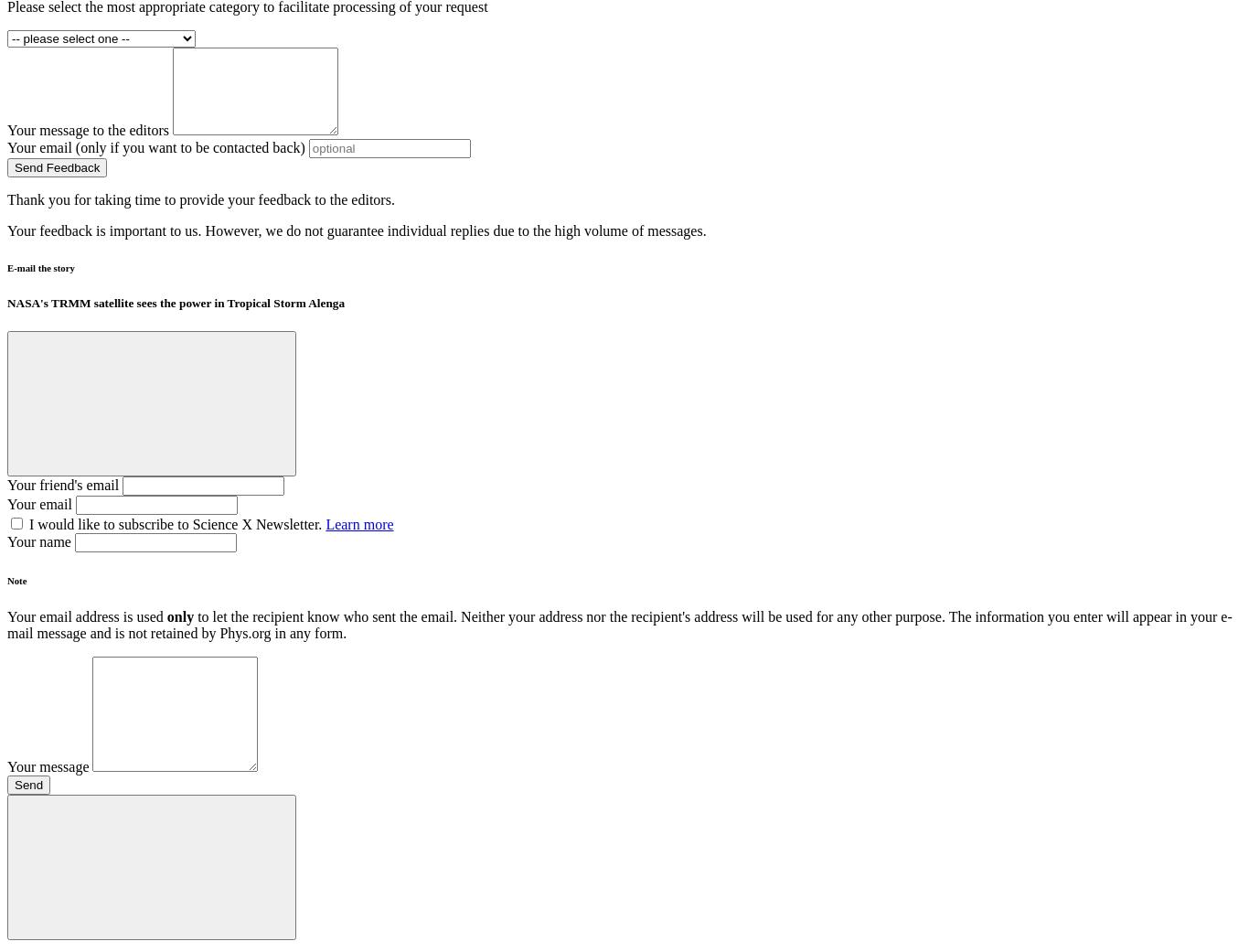 This screenshot has height=952, width=1249. Describe the element at coordinates (7, 484) in the screenshot. I see `'Your friend's email'` at that location.